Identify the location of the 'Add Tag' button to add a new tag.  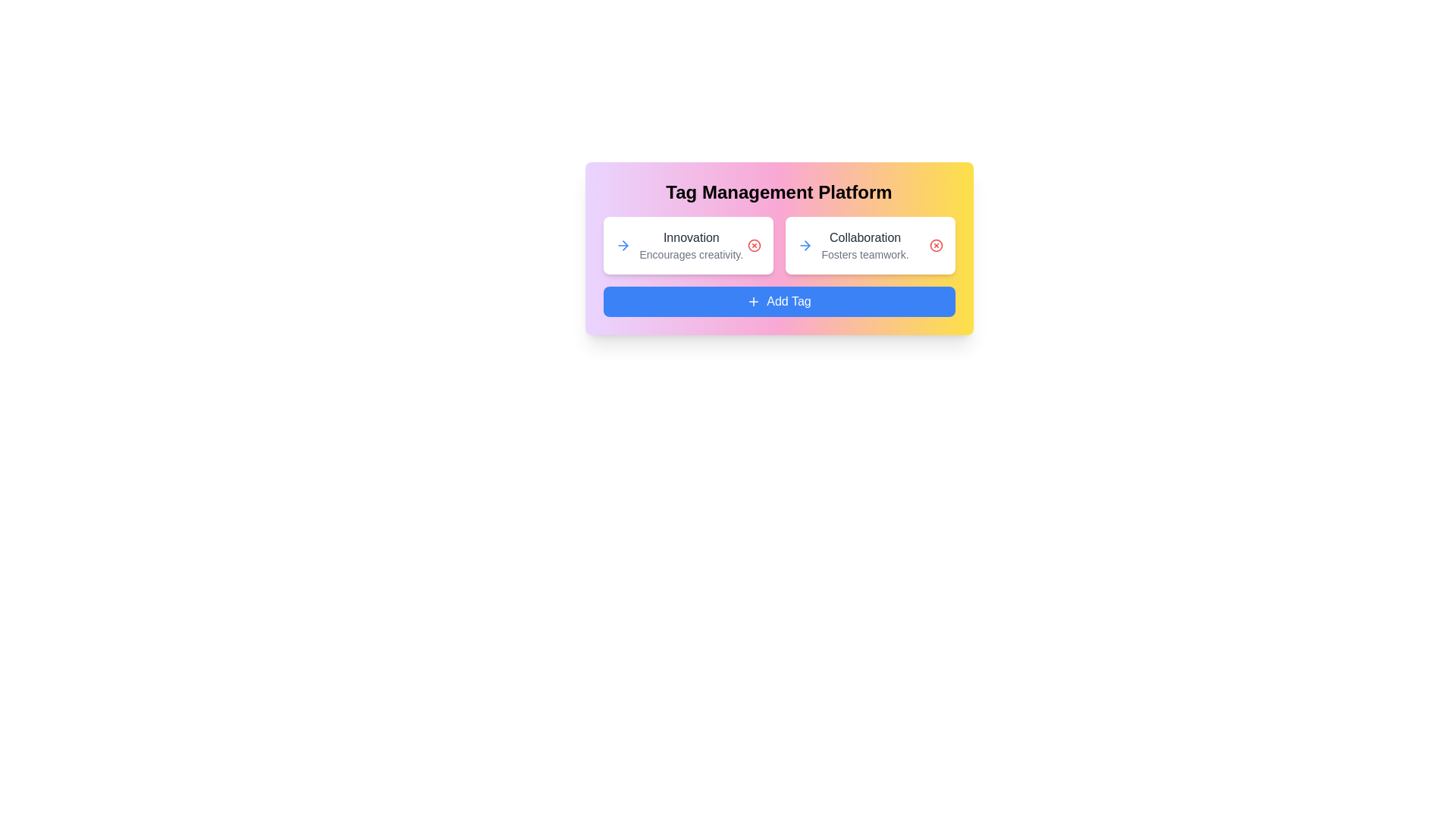
(779, 301).